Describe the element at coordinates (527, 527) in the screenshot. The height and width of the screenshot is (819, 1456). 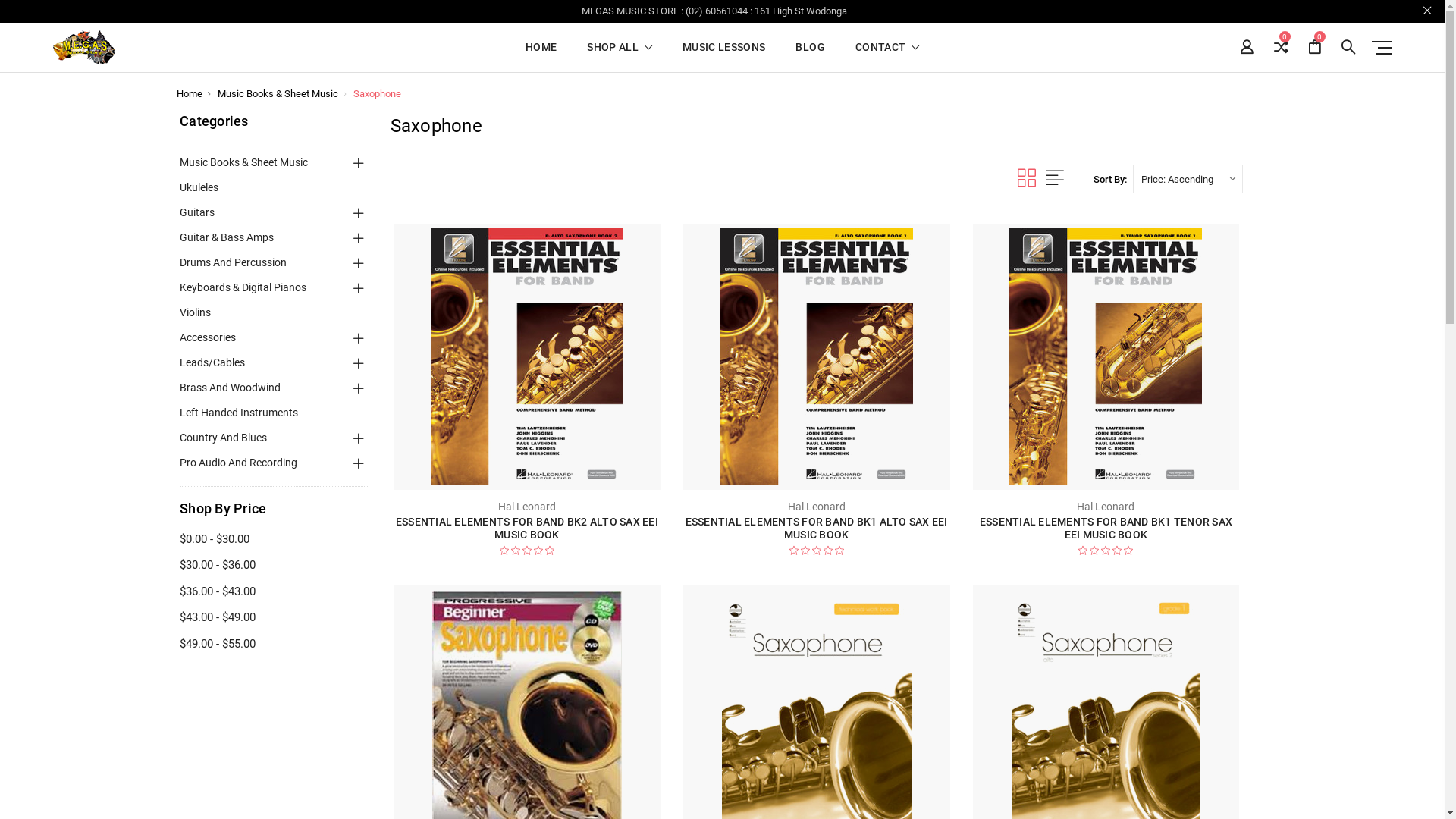
I see `'ESSENTIAL ELEMENTS FOR BAND BK2 ALTO SAX EEI MUSIC BOOK'` at that location.